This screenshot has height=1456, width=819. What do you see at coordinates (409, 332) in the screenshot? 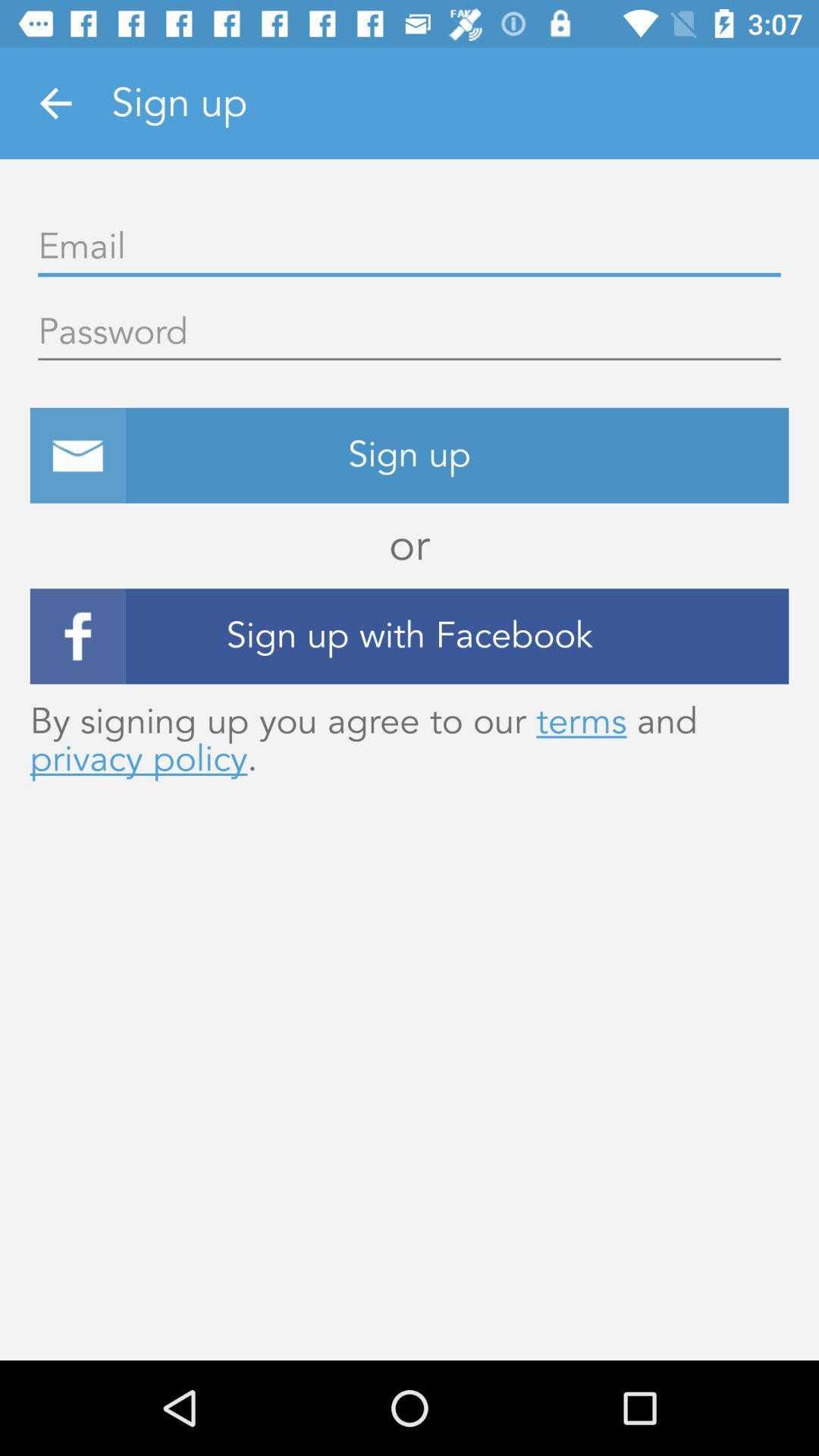
I see `password` at bounding box center [409, 332].